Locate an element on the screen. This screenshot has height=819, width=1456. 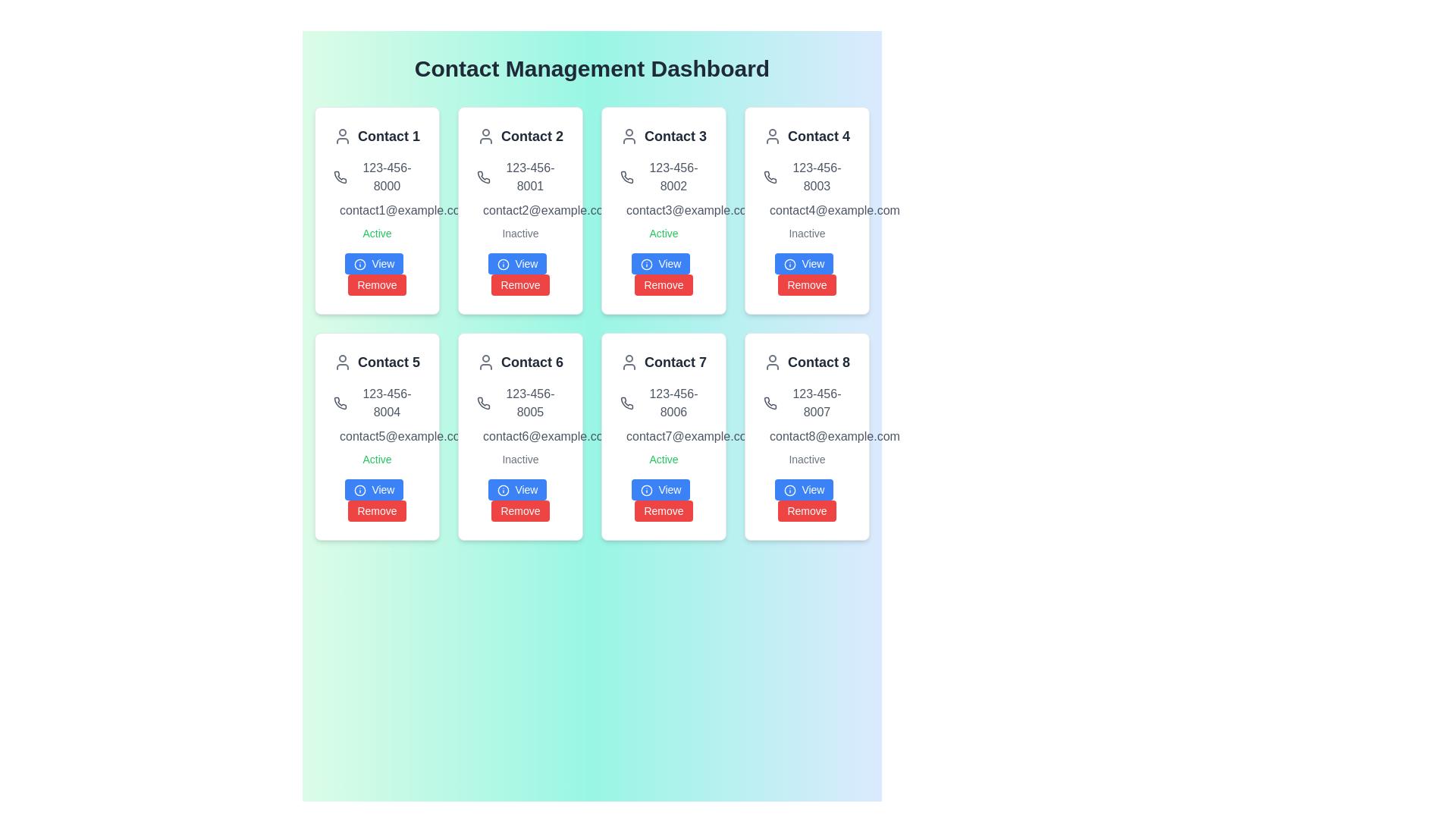
the icon indicating additional information related to the 'View' button functionality on the 'Contact 5' card in the bottom-left section of the Contact Management Dashboard is located at coordinates (359, 491).